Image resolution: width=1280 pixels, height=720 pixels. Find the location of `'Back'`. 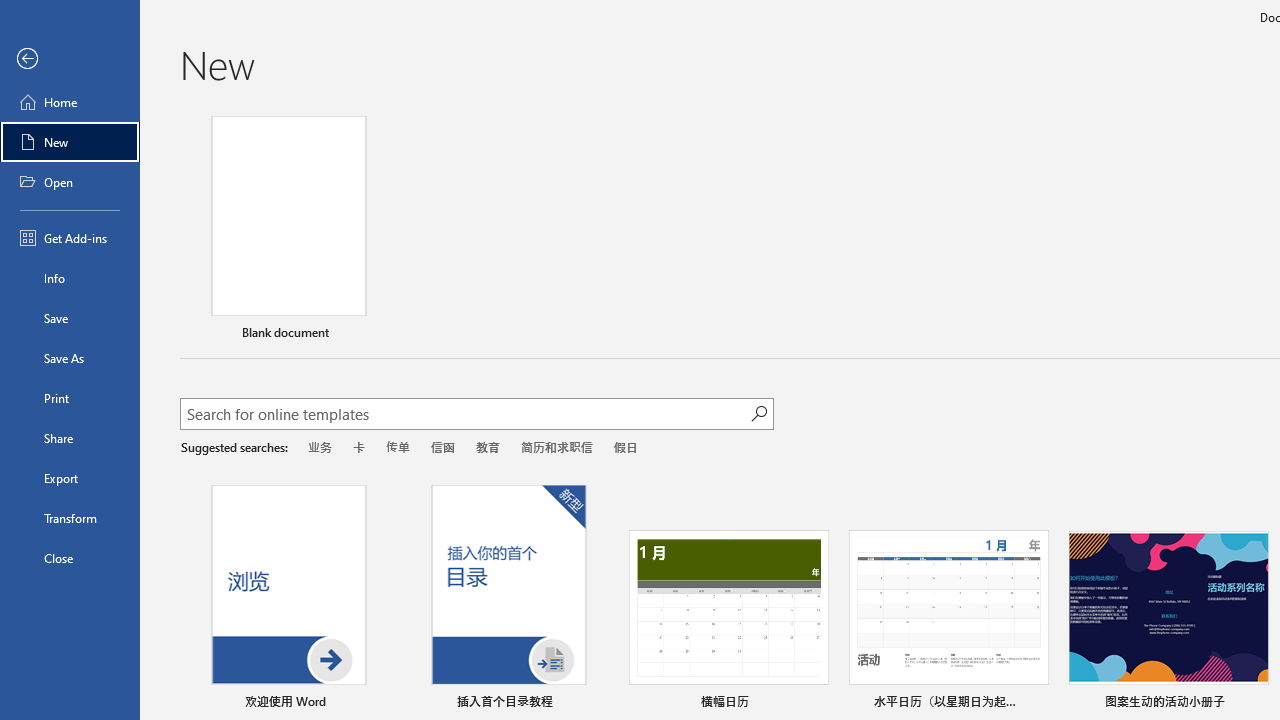

'Back' is located at coordinates (69, 58).